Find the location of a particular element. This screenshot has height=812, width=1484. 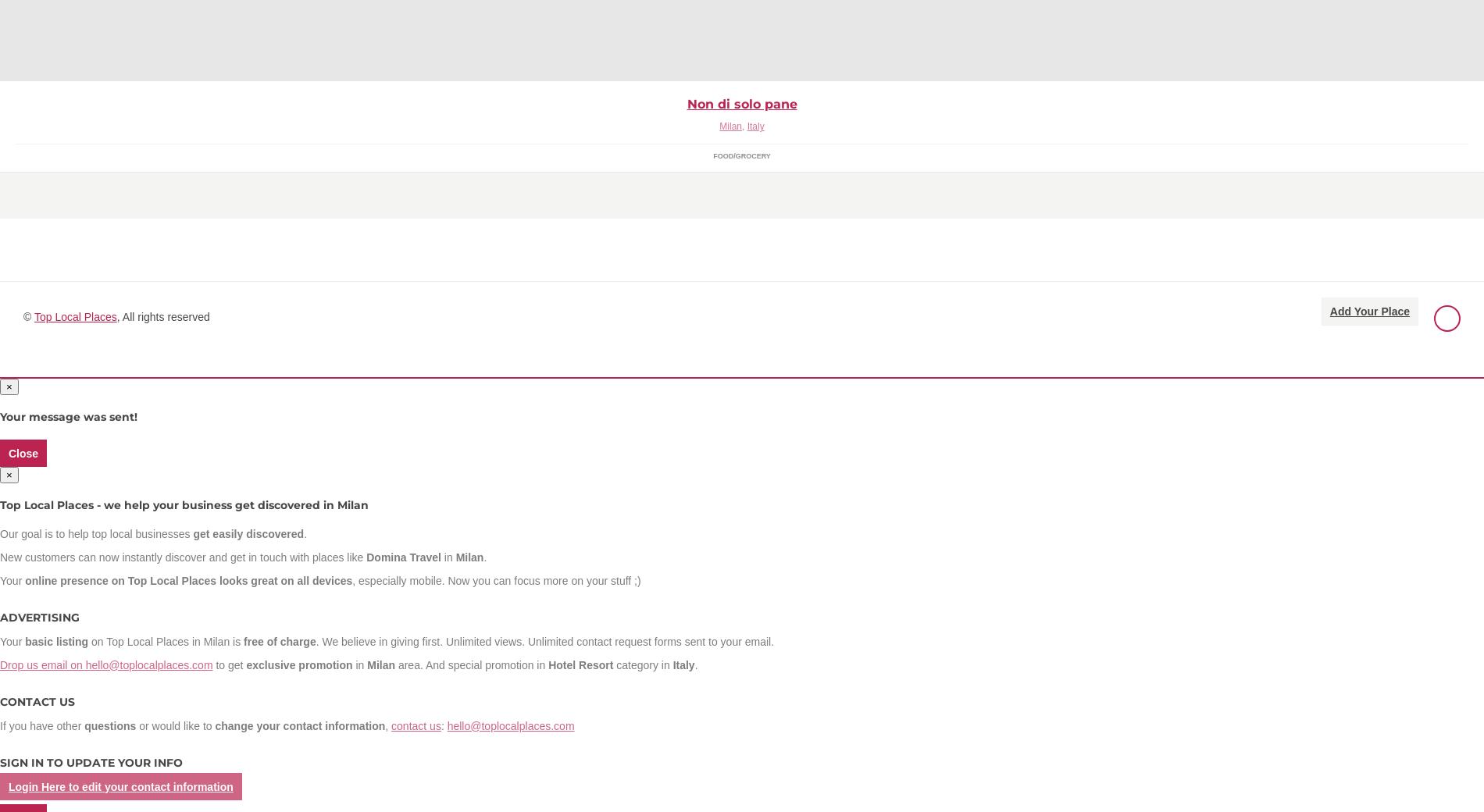

', All rights reserved' is located at coordinates (162, 317).